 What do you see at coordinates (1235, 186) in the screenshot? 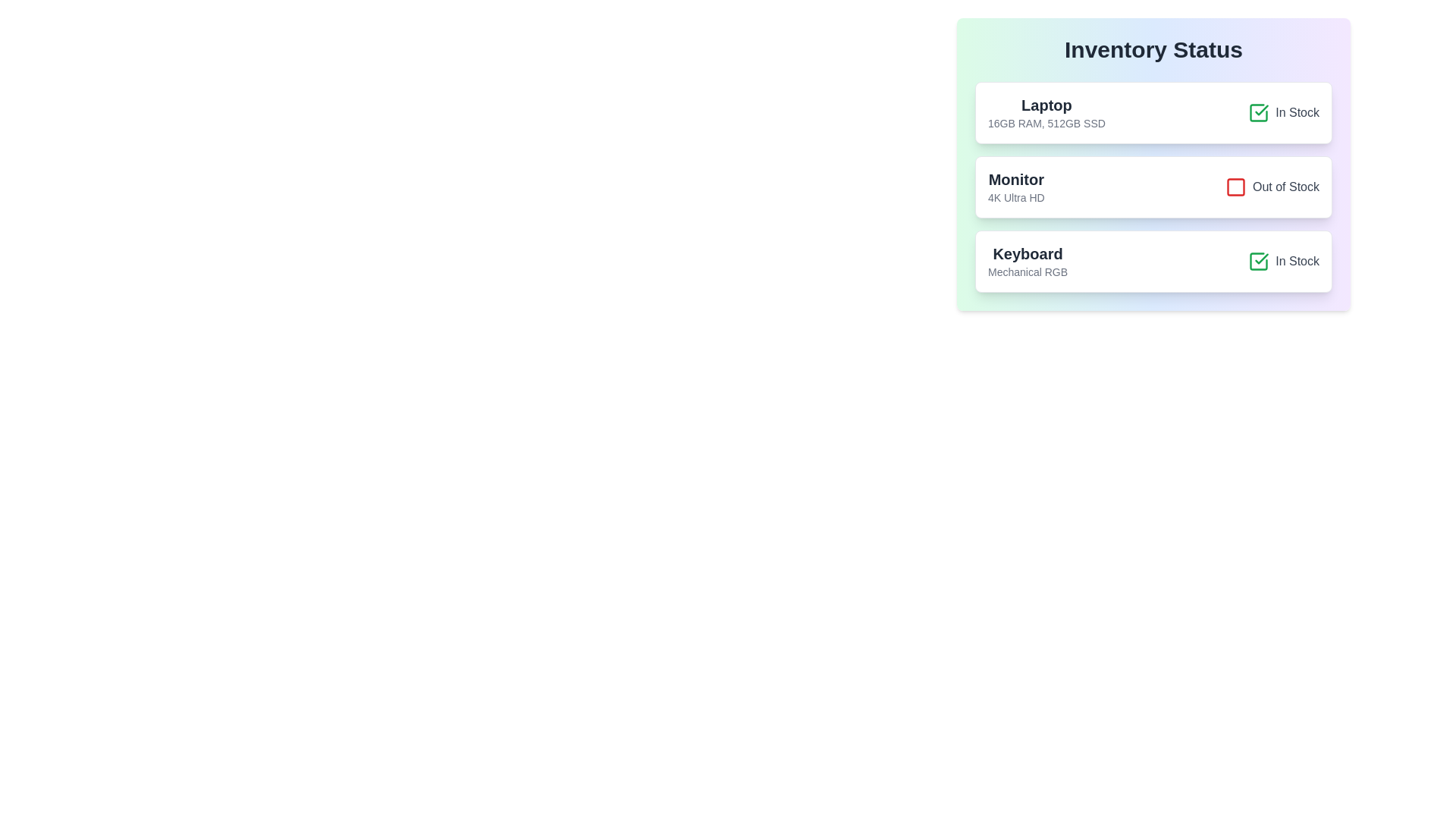
I see `small square-shaped SVG icon with a red border located between the text 'Monitor' and the status label 'Out of Stock' for debugging purposes` at bounding box center [1235, 186].